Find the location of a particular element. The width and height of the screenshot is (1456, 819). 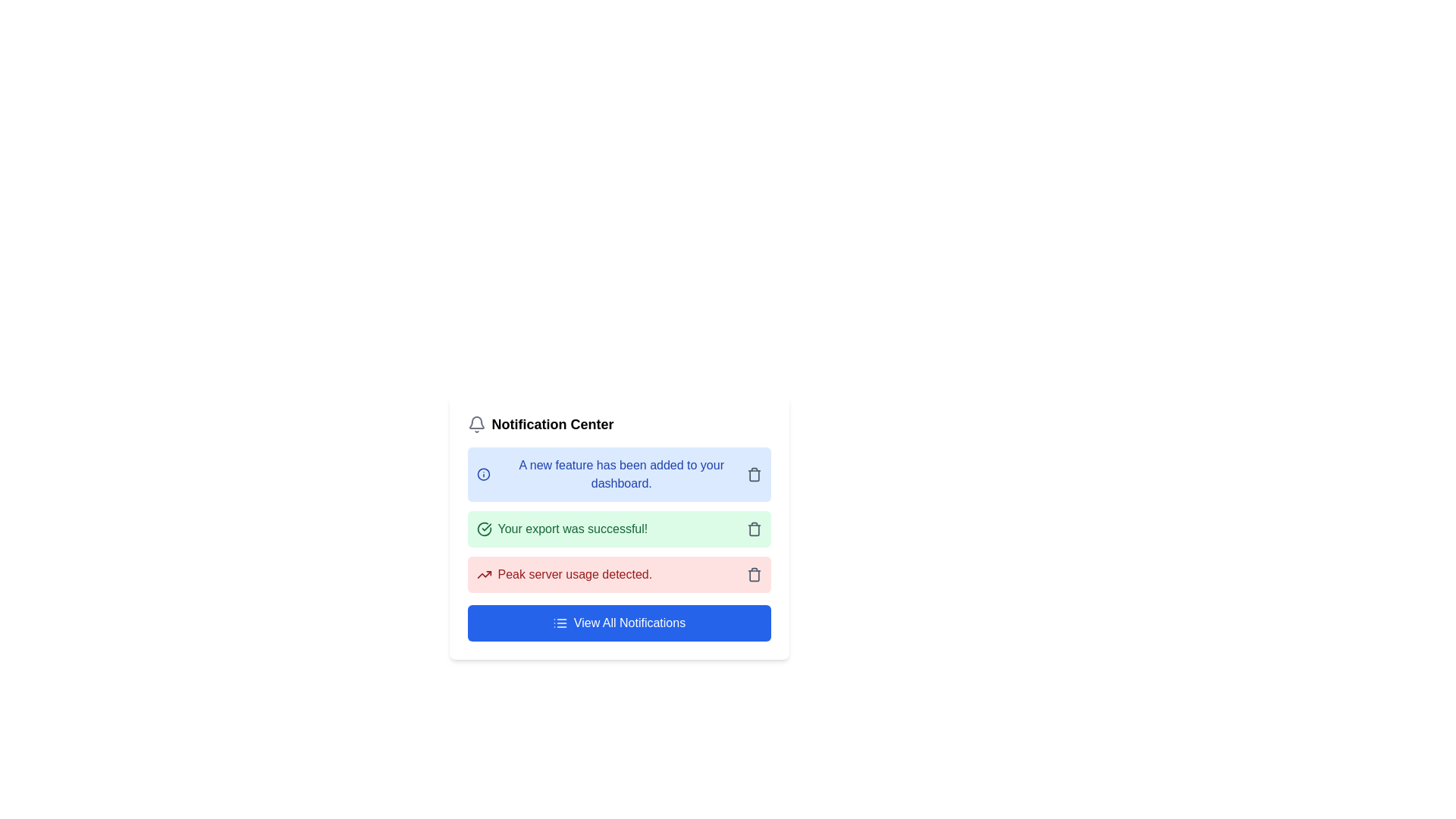

the visual representation of the list icon consisting of three horizontal lines, located on the left side of the 'View All Notifications' button within the notification panel is located at coordinates (559, 623).